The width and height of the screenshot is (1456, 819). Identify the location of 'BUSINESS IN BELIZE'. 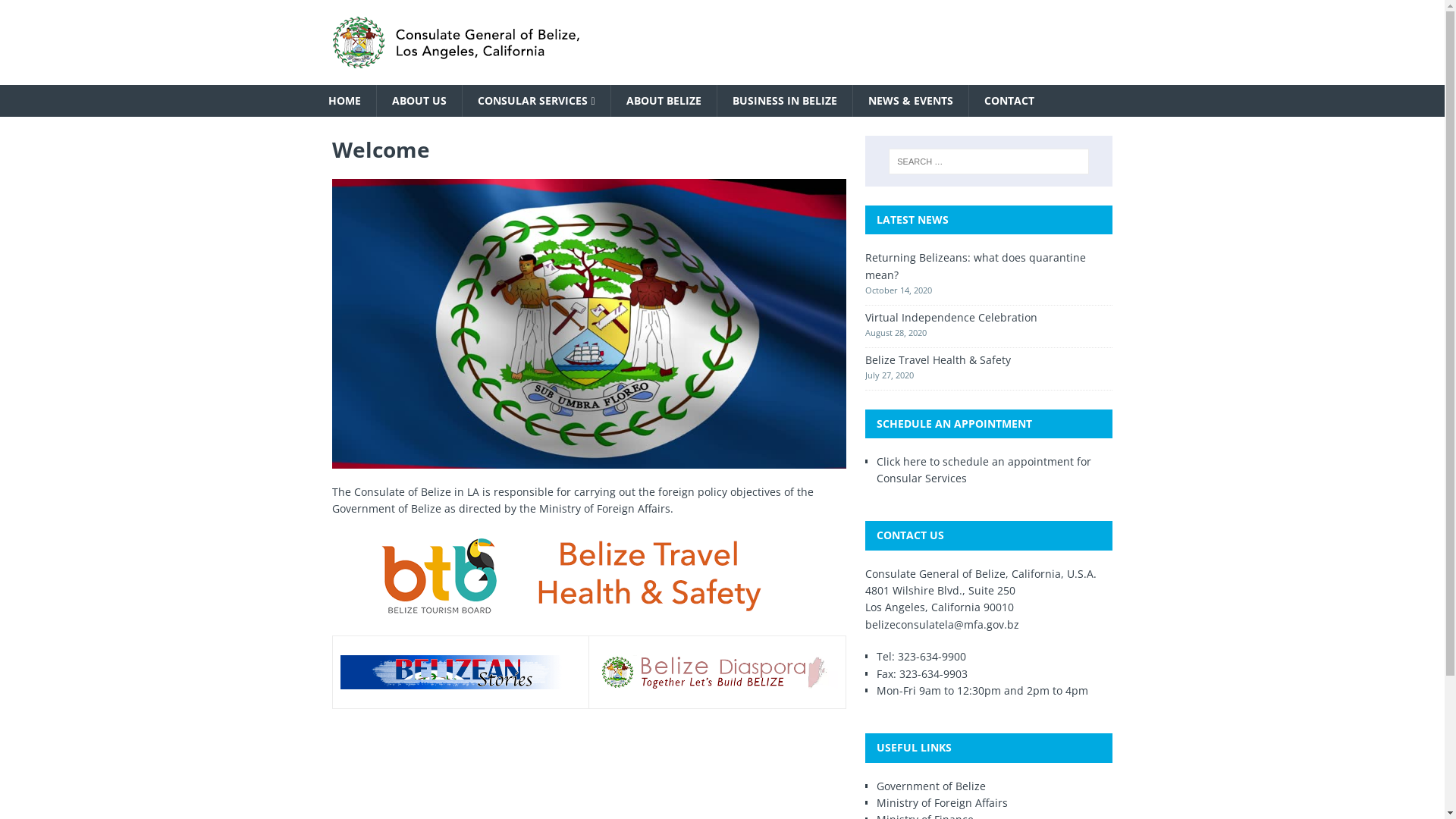
(784, 100).